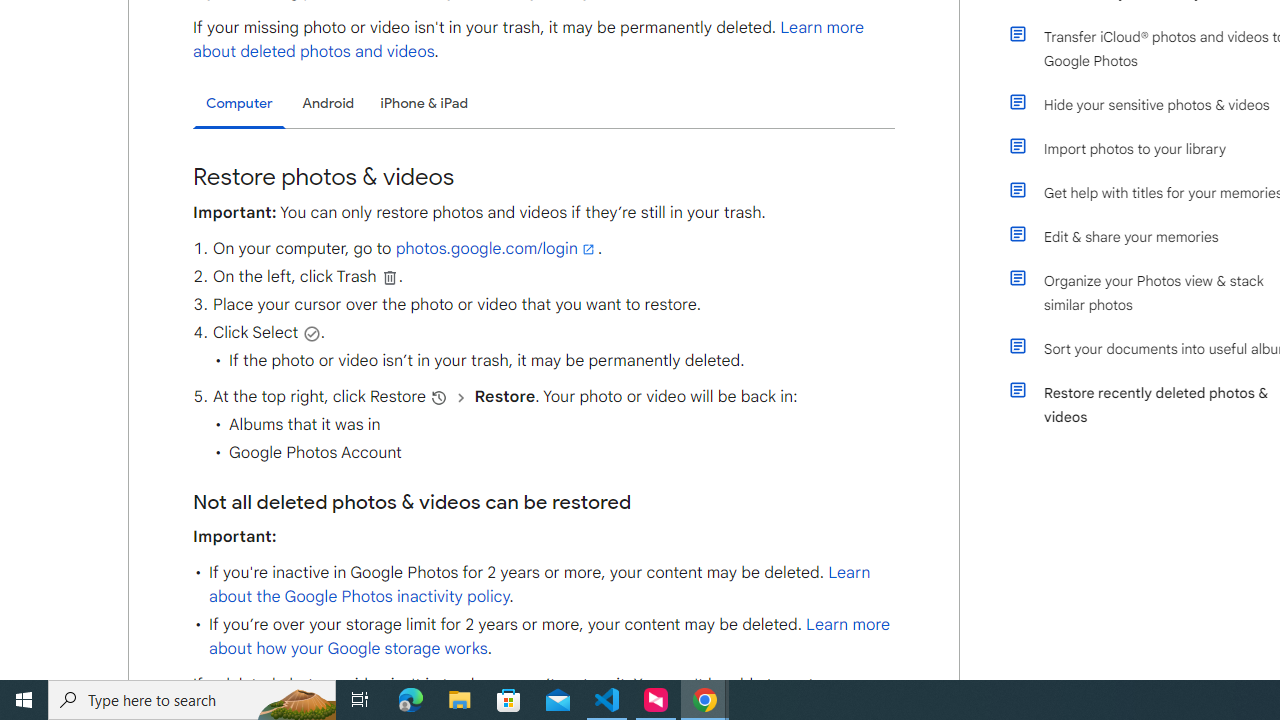 The width and height of the screenshot is (1280, 720). I want to click on 'photos.google.com/login', so click(496, 248).